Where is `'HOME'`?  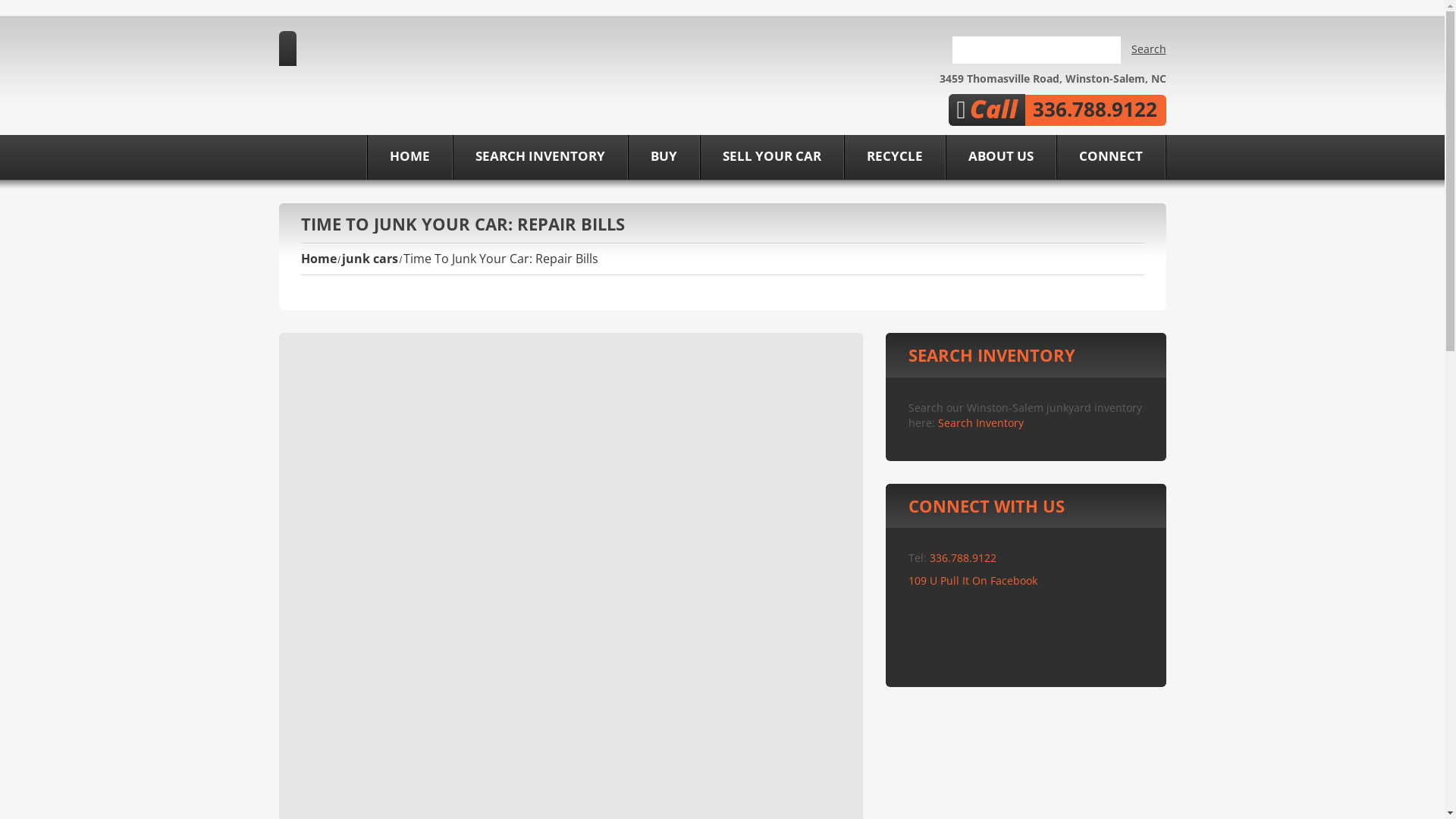 'HOME' is located at coordinates (409, 157).